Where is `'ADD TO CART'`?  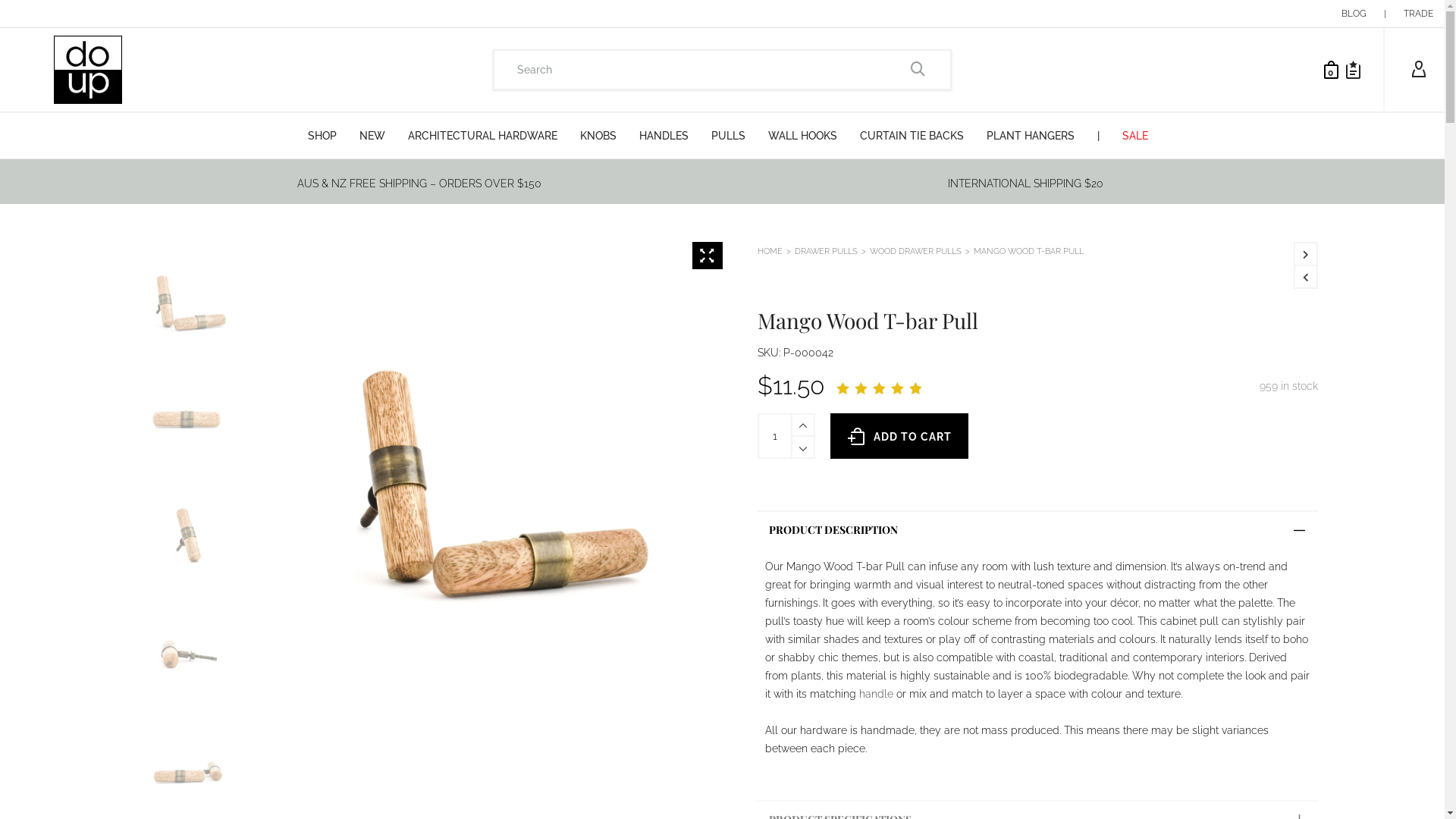 'ADD TO CART' is located at coordinates (899, 435).